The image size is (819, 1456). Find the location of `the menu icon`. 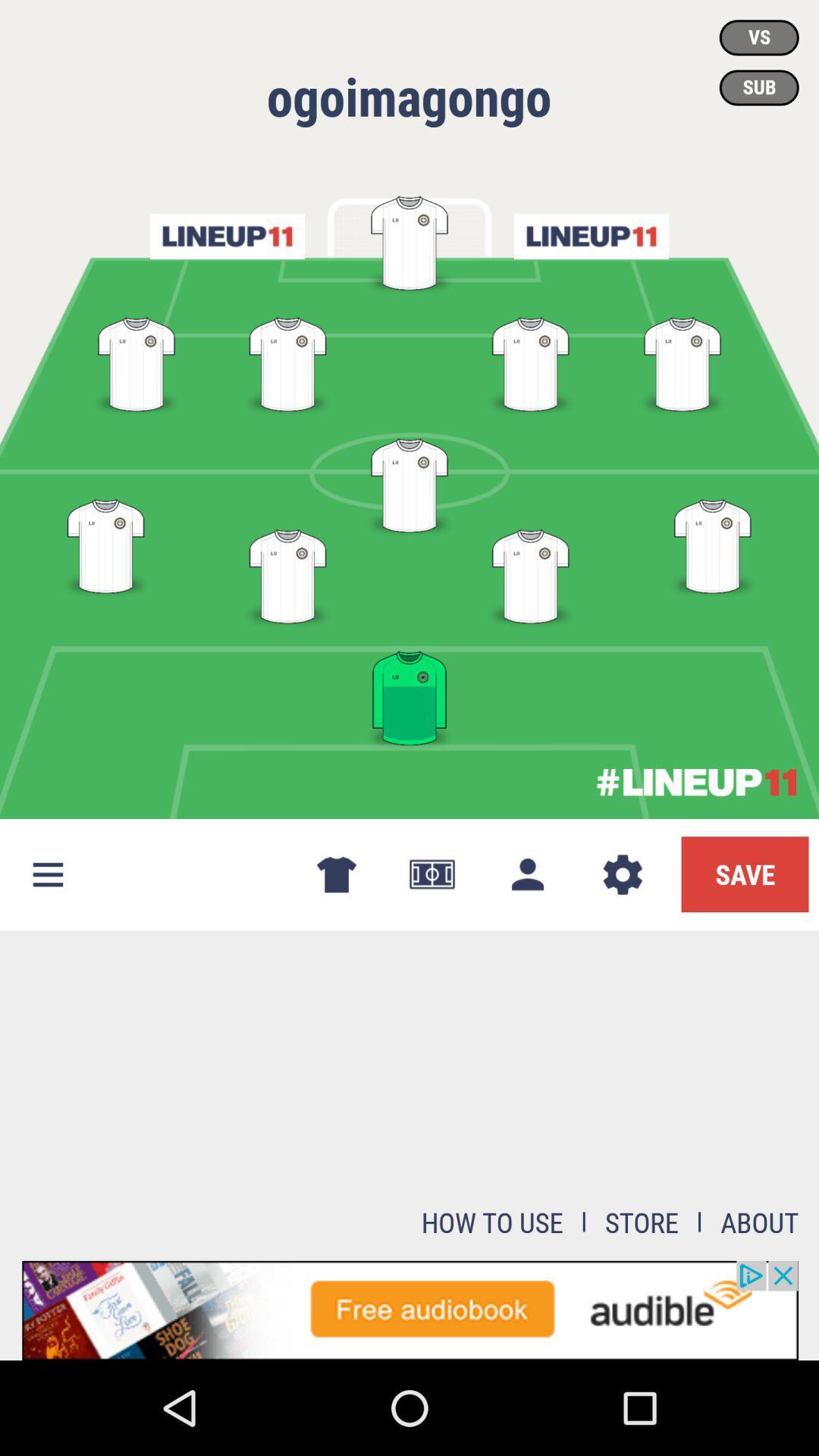

the menu icon is located at coordinates (46, 874).